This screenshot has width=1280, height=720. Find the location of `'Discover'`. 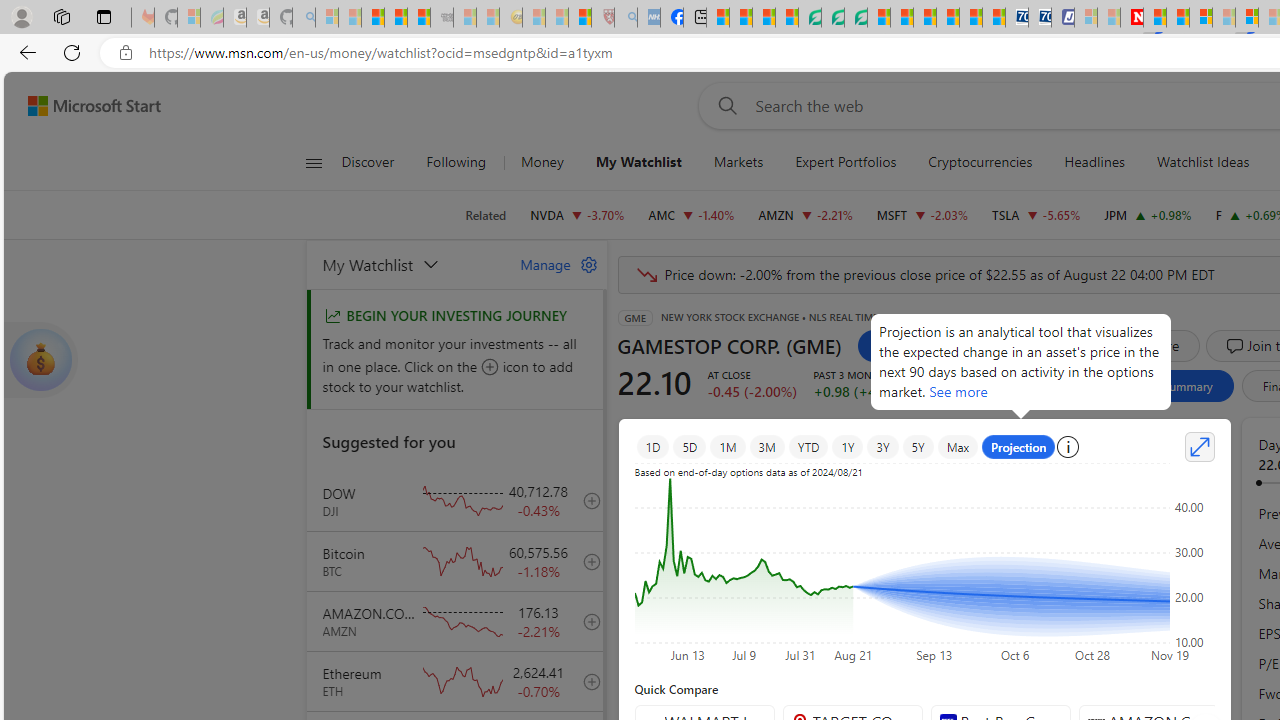

'Discover' is located at coordinates (375, 162).